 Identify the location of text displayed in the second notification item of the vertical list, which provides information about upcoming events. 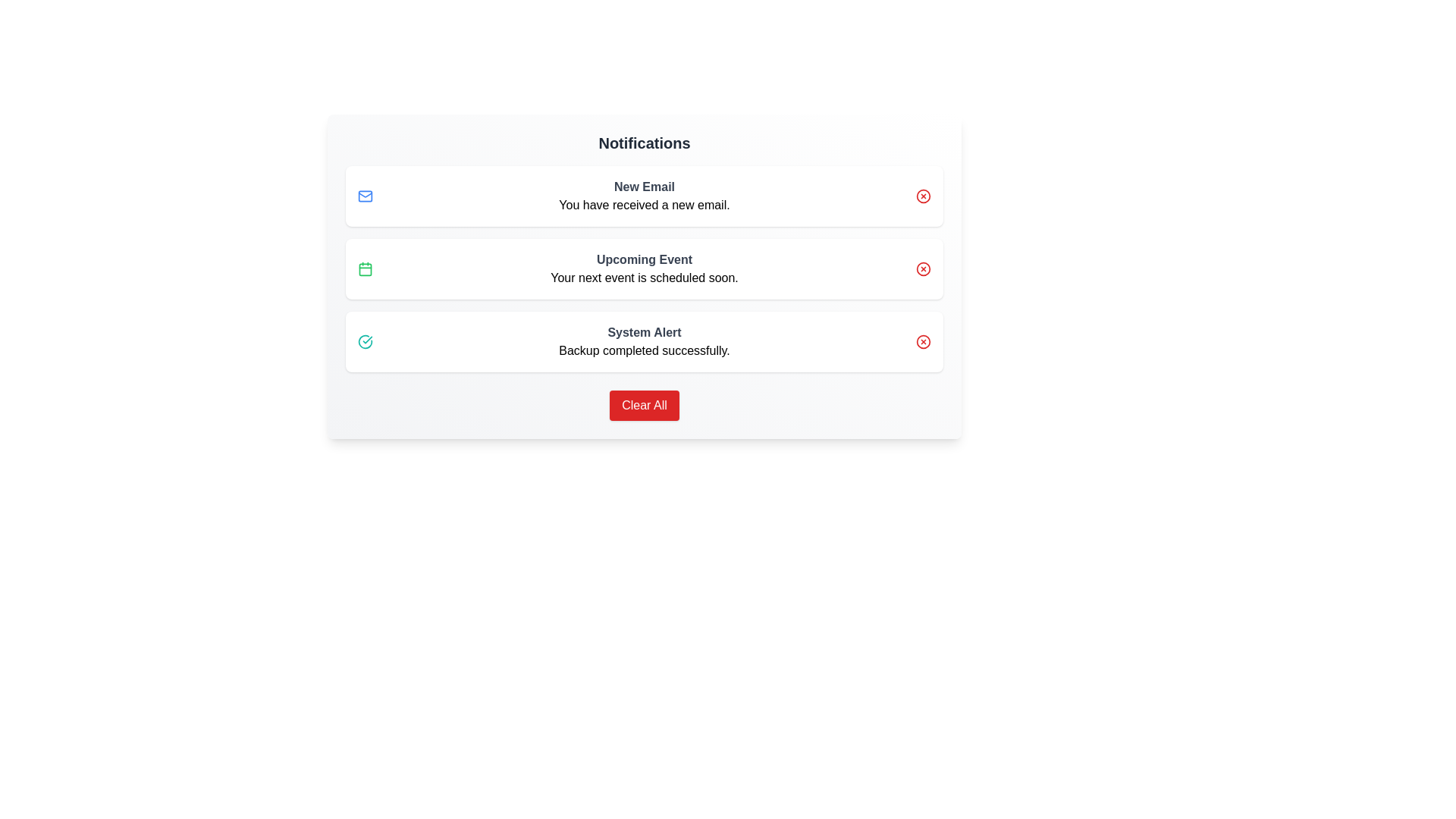
(644, 268).